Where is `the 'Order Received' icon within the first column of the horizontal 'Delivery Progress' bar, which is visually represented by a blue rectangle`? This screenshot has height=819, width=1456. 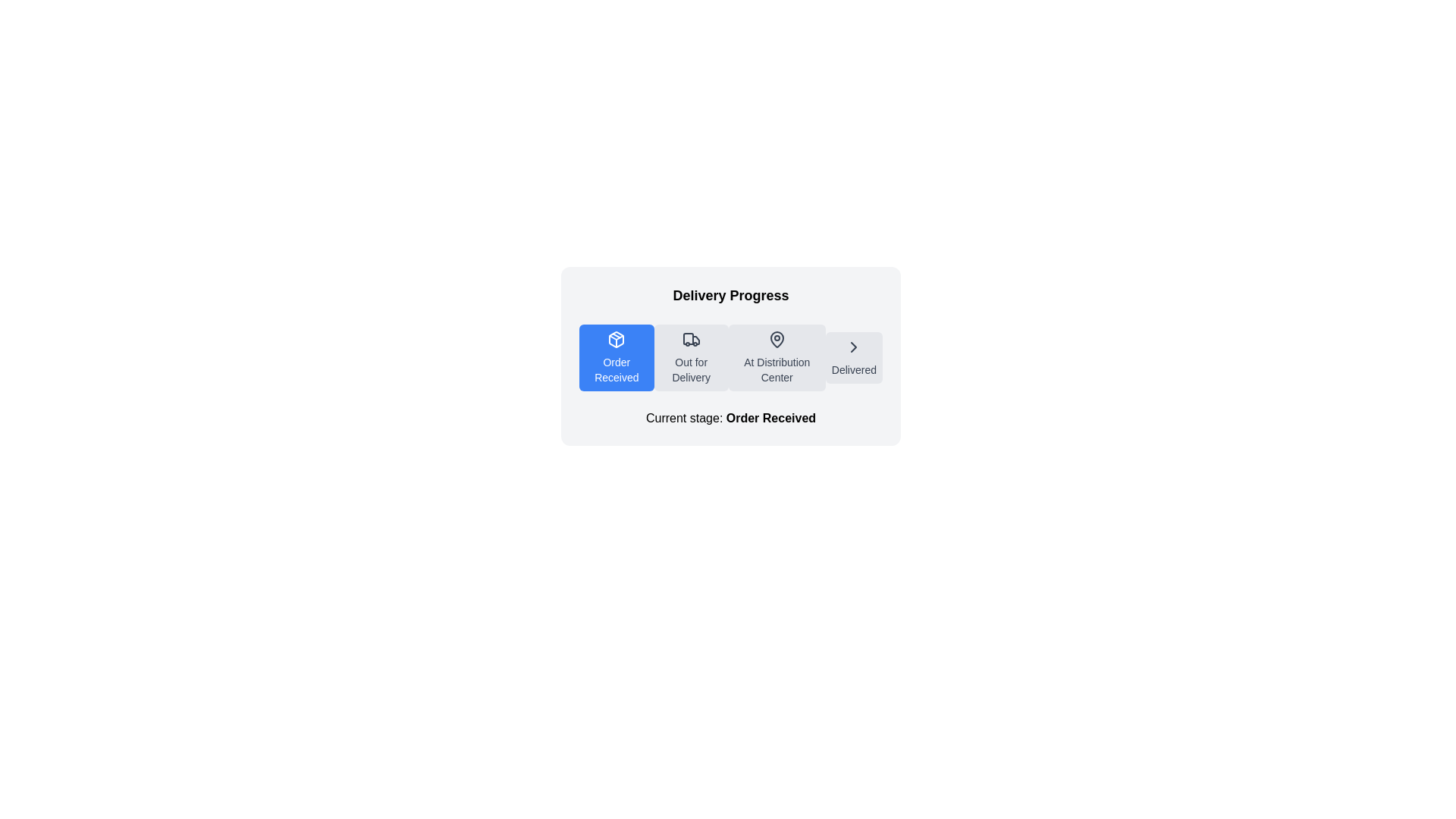 the 'Order Received' icon within the first column of the horizontal 'Delivery Progress' bar, which is visually represented by a blue rectangle is located at coordinates (617, 338).